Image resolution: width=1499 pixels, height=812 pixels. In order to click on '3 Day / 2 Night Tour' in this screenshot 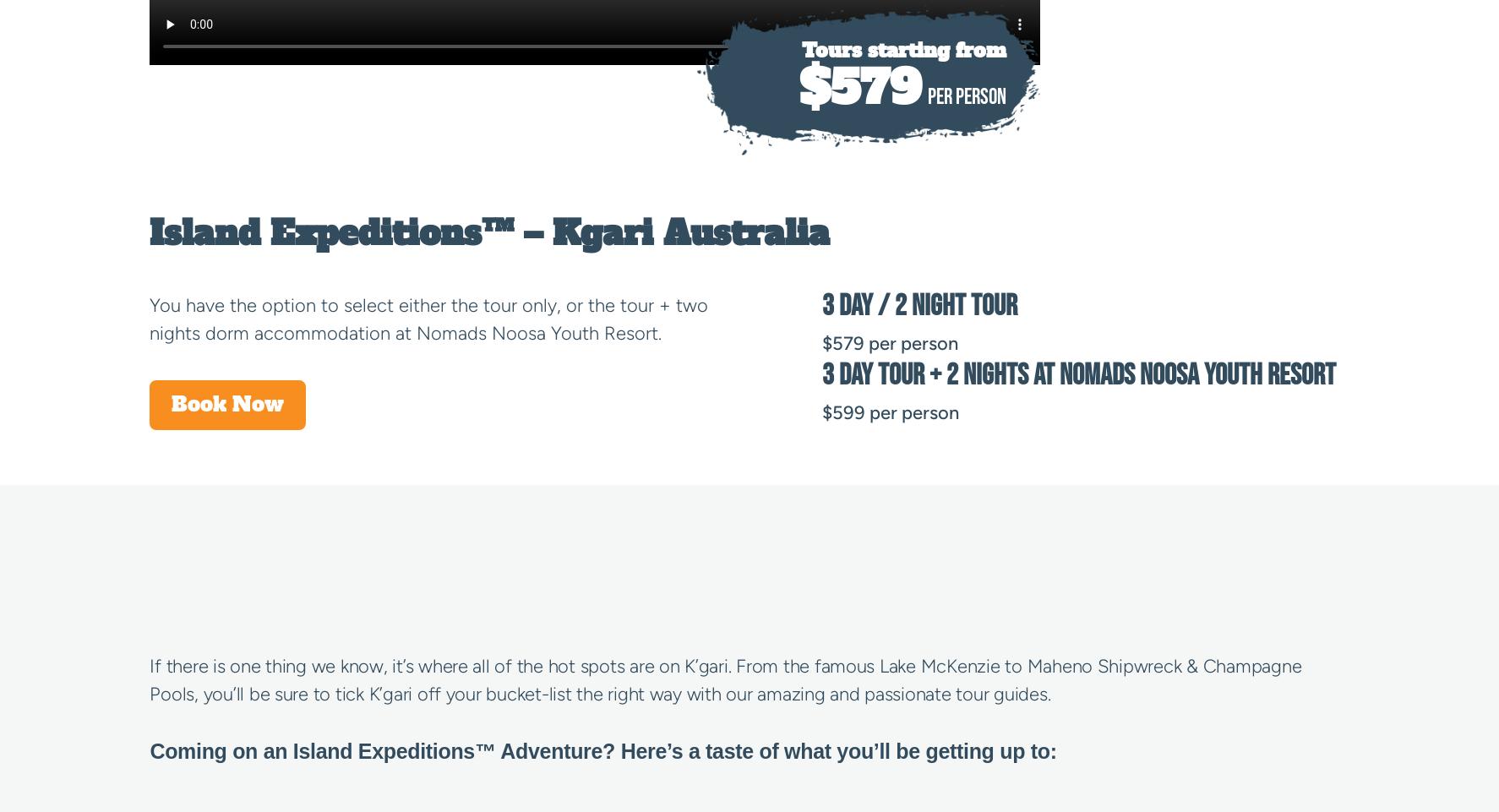, I will do `click(918, 305)`.